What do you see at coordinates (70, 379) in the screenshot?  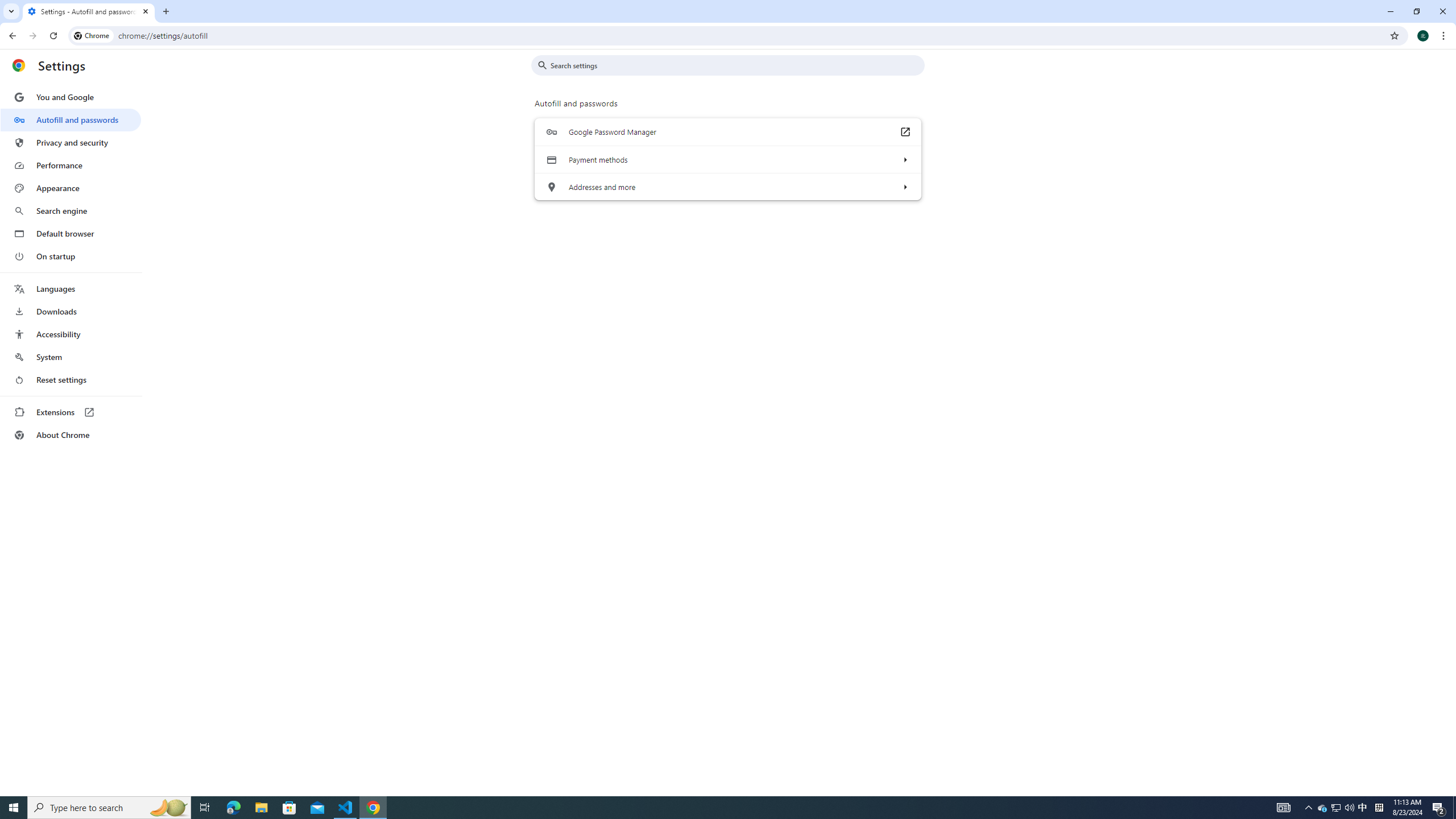 I see `'Reset settings'` at bounding box center [70, 379].